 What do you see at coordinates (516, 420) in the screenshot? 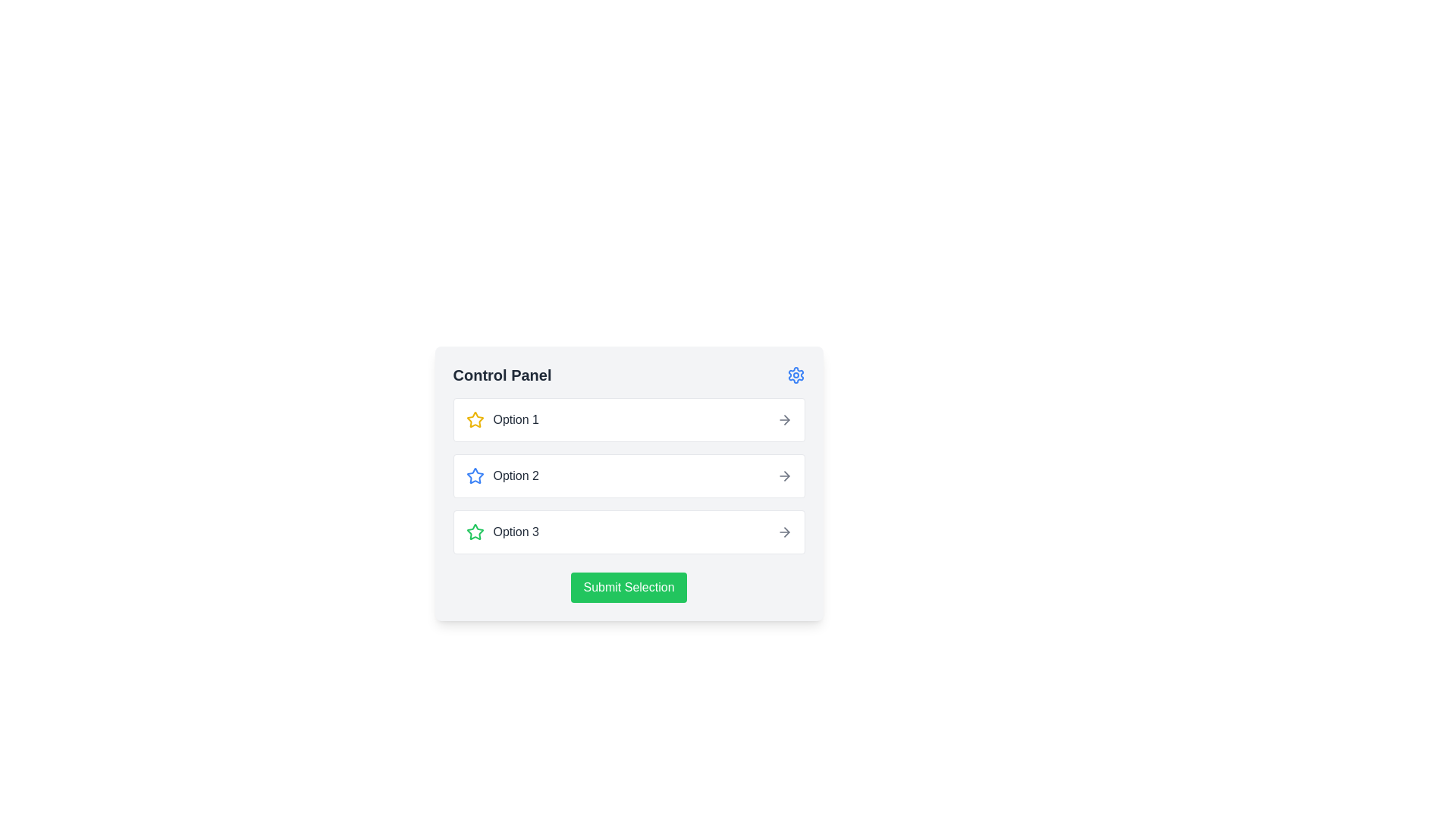
I see `the text label for the first selectable option in the list, which is positioned in the first row and adjacent to the yellow star icon` at bounding box center [516, 420].